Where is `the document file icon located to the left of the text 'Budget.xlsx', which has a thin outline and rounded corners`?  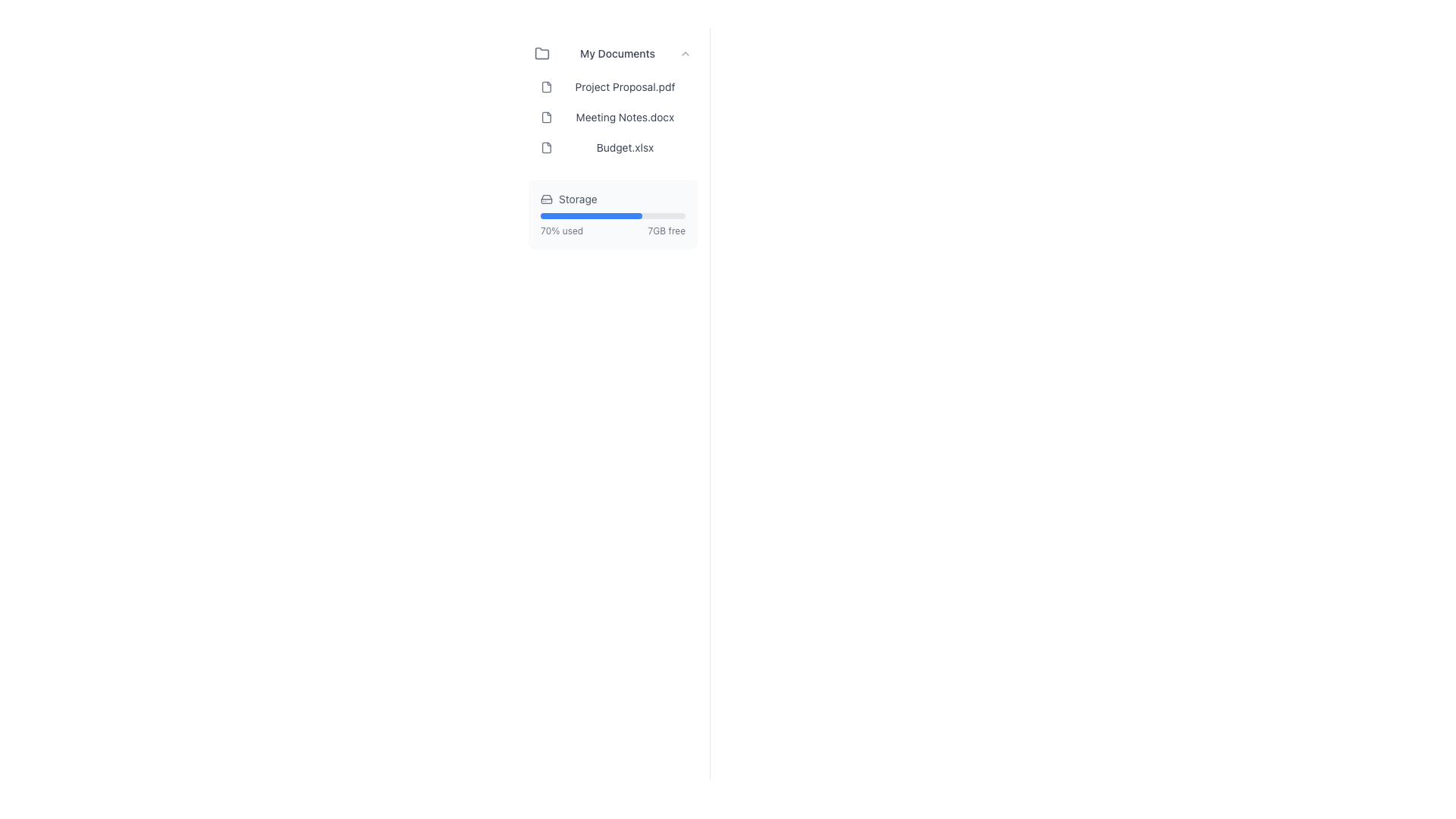
the document file icon located to the left of the text 'Budget.xlsx', which has a thin outline and rounded corners is located at coordinates (546, 148).